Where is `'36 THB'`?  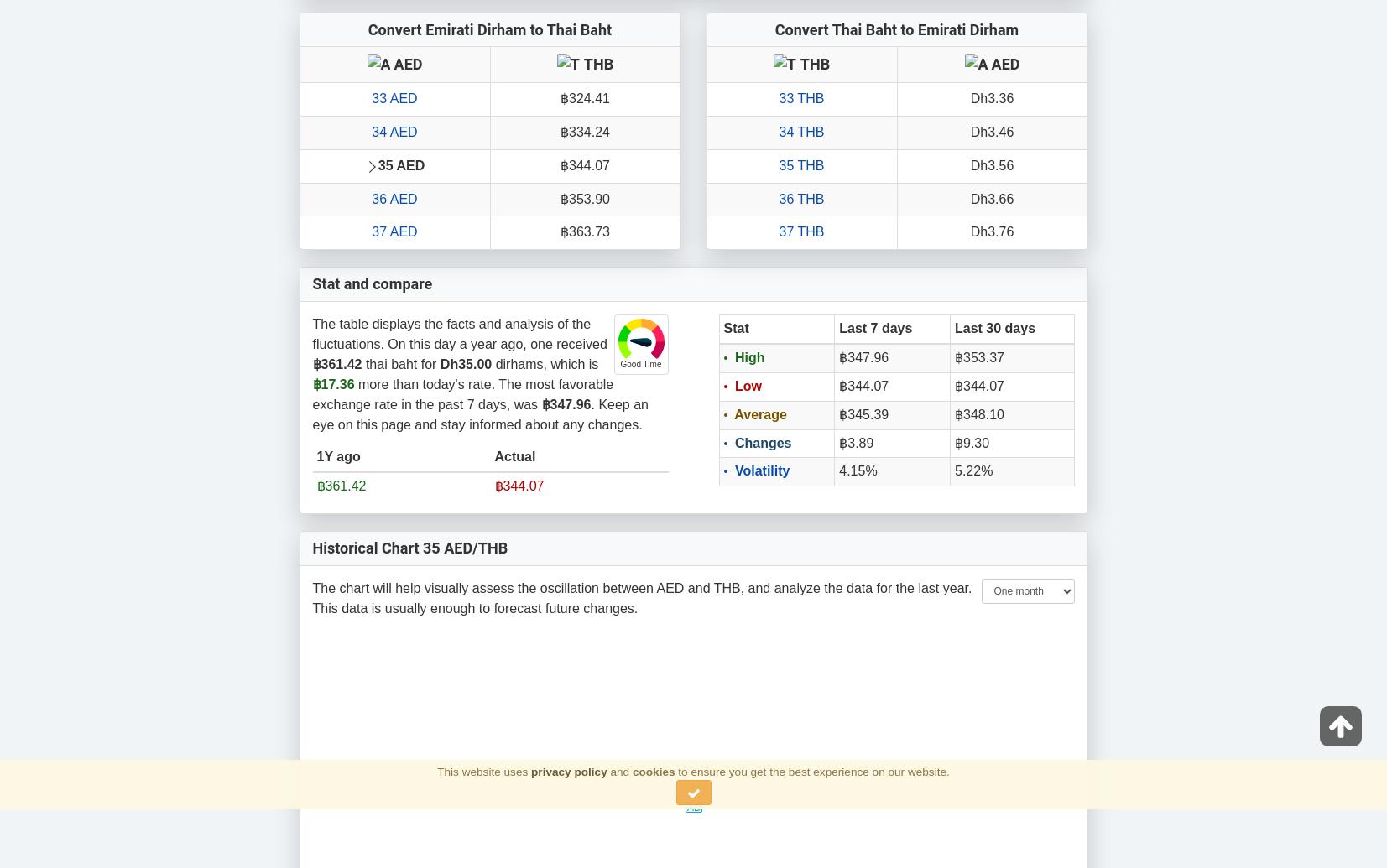 '36 THB' is located at coordinates (800, 198).